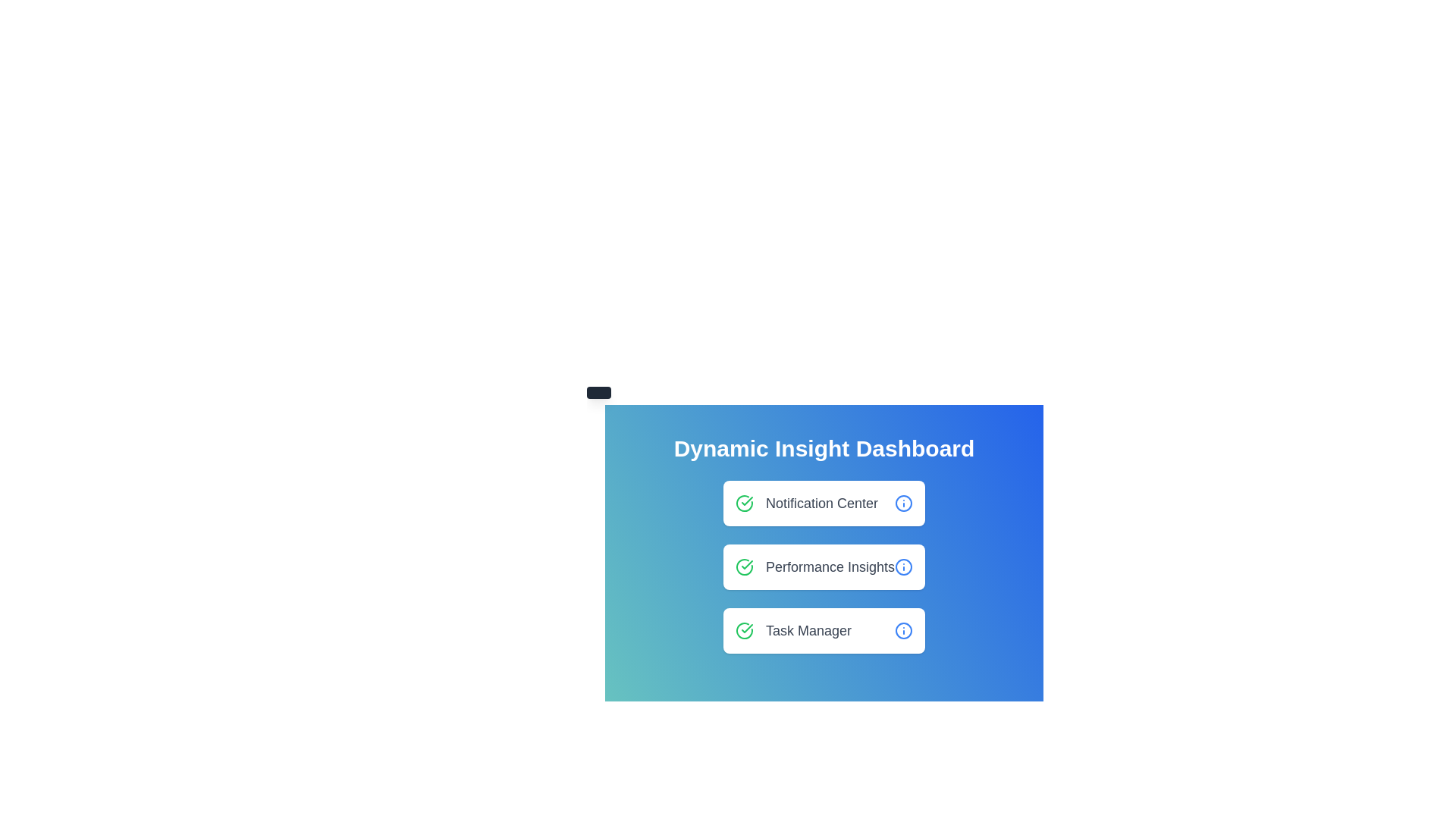 Image resolution: width=1456 pixels, height=819 pixels. I want to click on text content of the 'Notification Center' label, which is styled in medium-sized gray font and indicates a completed status with a green checkmark icon next to it, so click(806, 503).